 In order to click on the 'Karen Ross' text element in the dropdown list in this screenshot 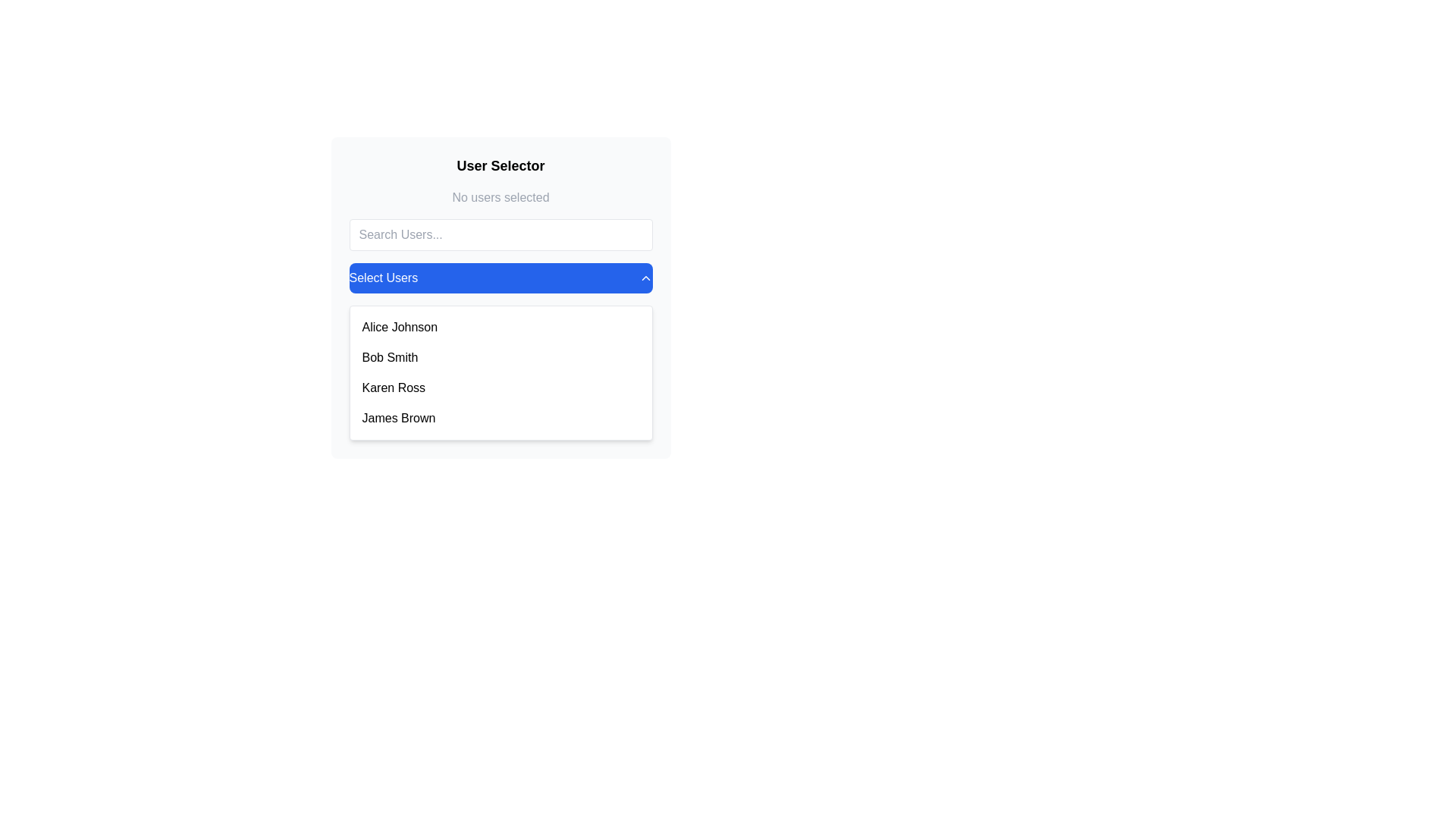, I will do `click(394, 388)`.